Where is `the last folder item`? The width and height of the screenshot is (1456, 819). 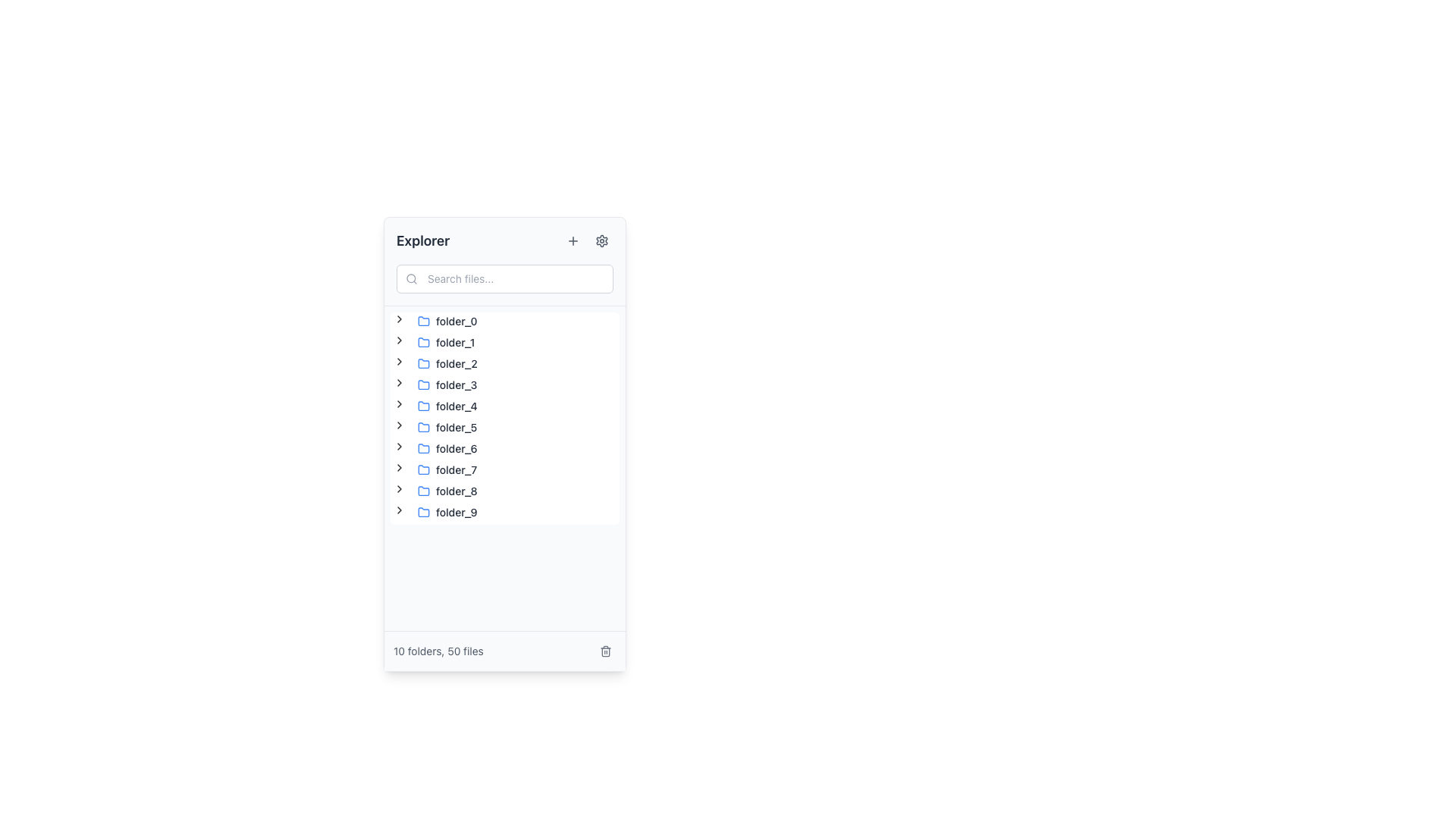 the last folder item is located at coordinates (436, 512).